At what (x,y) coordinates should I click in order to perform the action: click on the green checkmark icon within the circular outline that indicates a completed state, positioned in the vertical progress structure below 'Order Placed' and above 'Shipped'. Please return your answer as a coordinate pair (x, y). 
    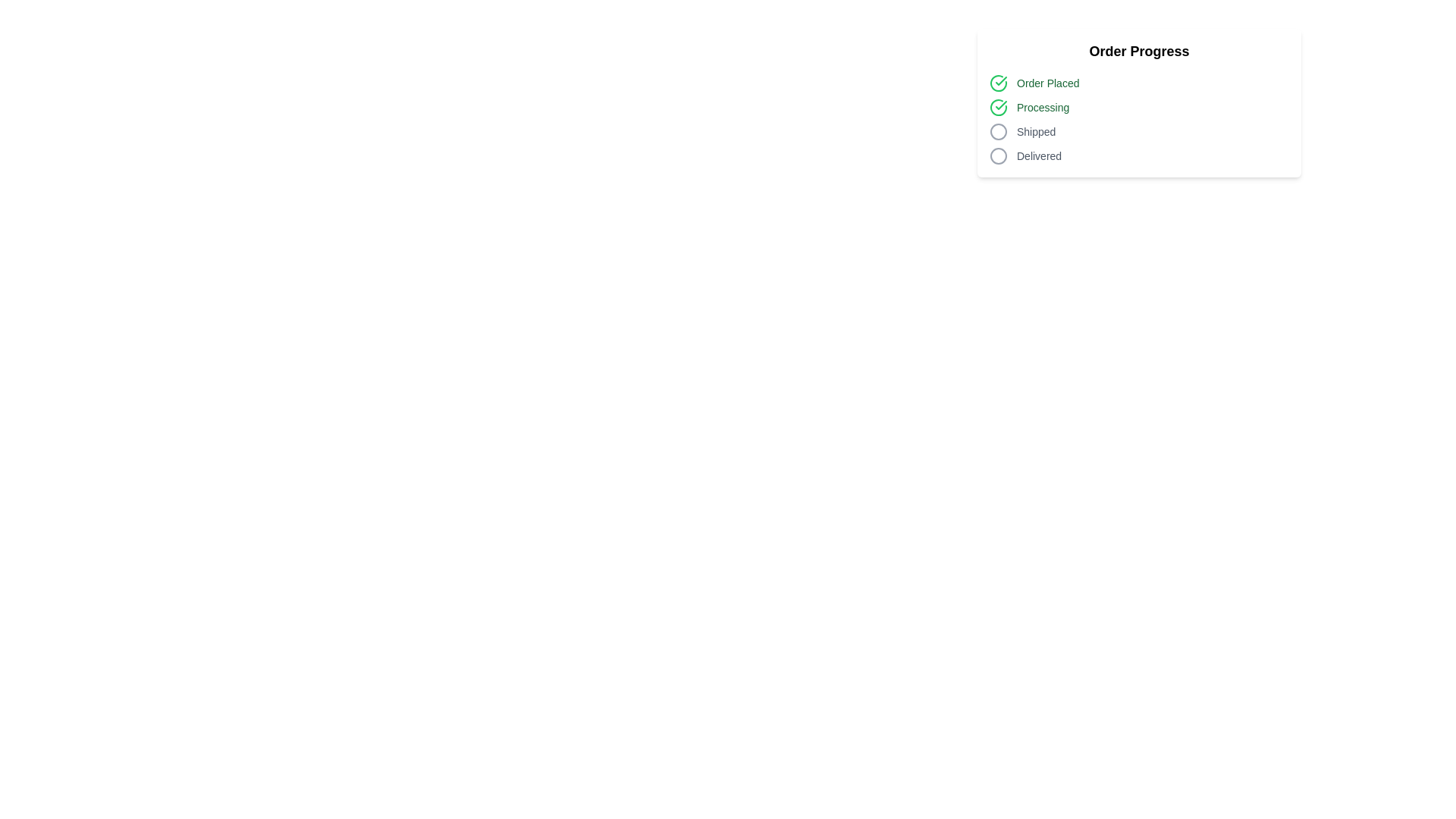
    Looking at the image, I should click on (1001, 81).